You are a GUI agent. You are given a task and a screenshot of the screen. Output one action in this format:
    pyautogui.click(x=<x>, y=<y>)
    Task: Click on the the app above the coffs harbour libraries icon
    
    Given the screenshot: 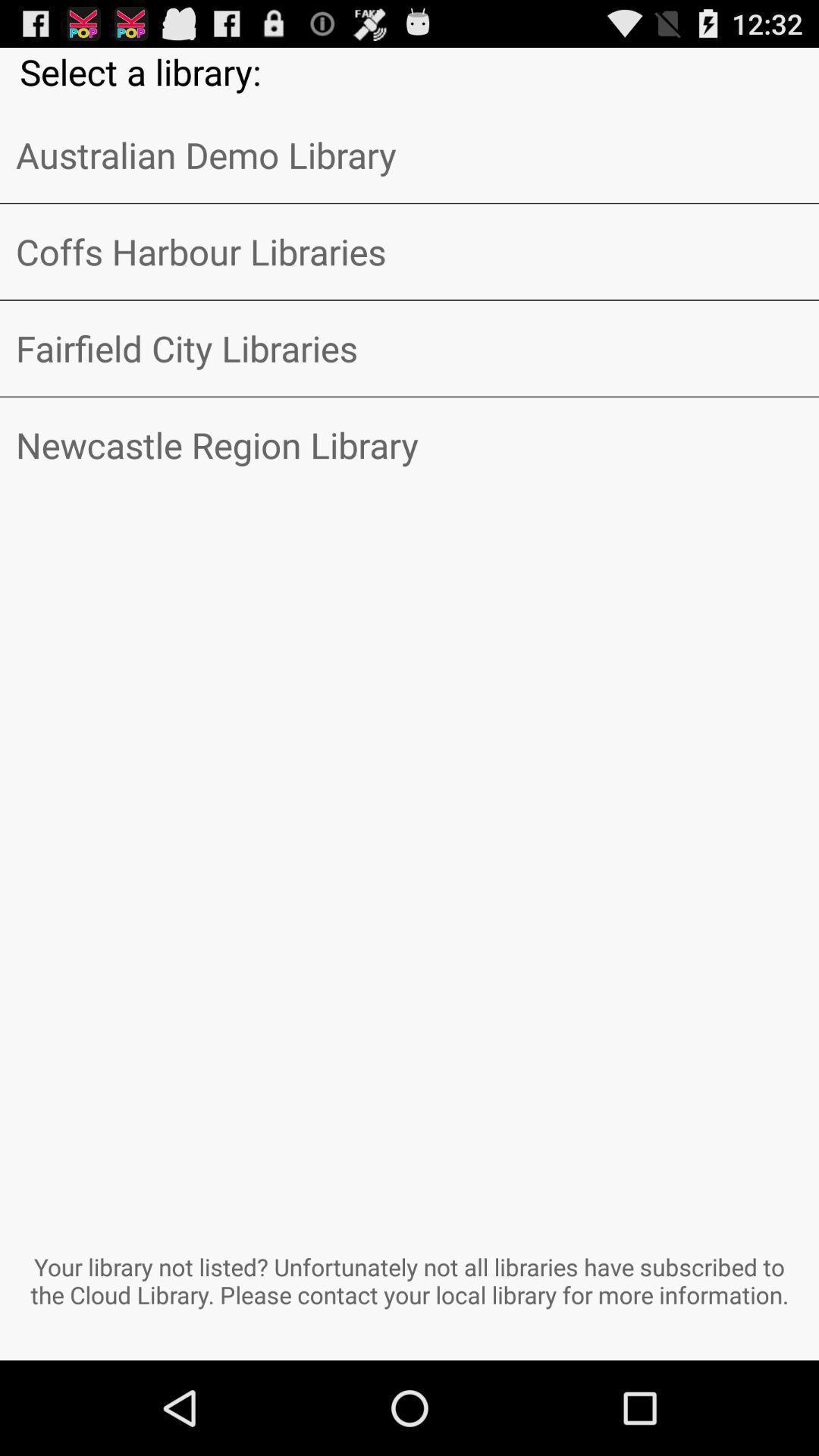 What is the action you would take?
    pyautogui.click(x=409, y=155)
    